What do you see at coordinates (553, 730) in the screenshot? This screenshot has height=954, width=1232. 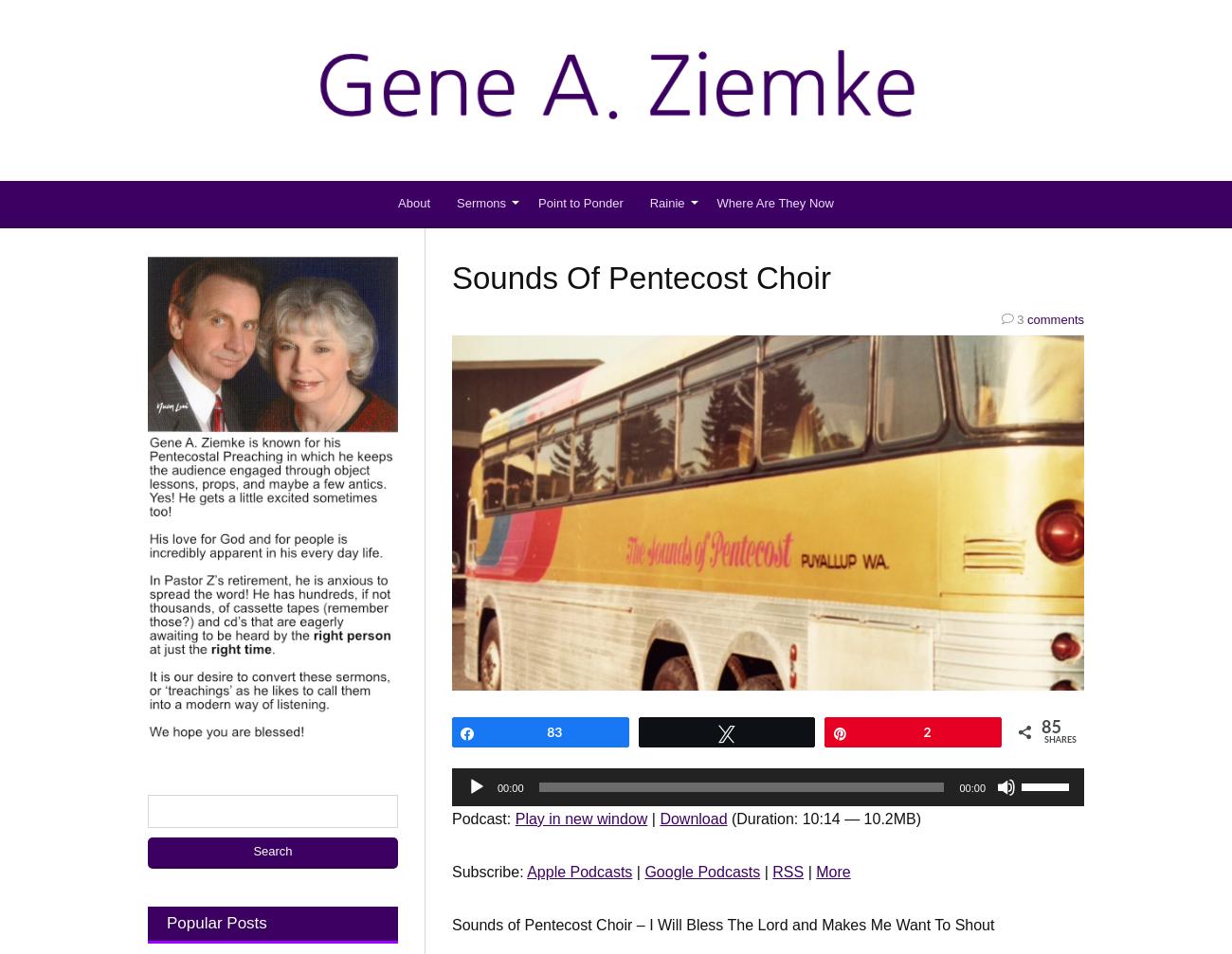 I see `'83'` at bounding box center [553, 730].